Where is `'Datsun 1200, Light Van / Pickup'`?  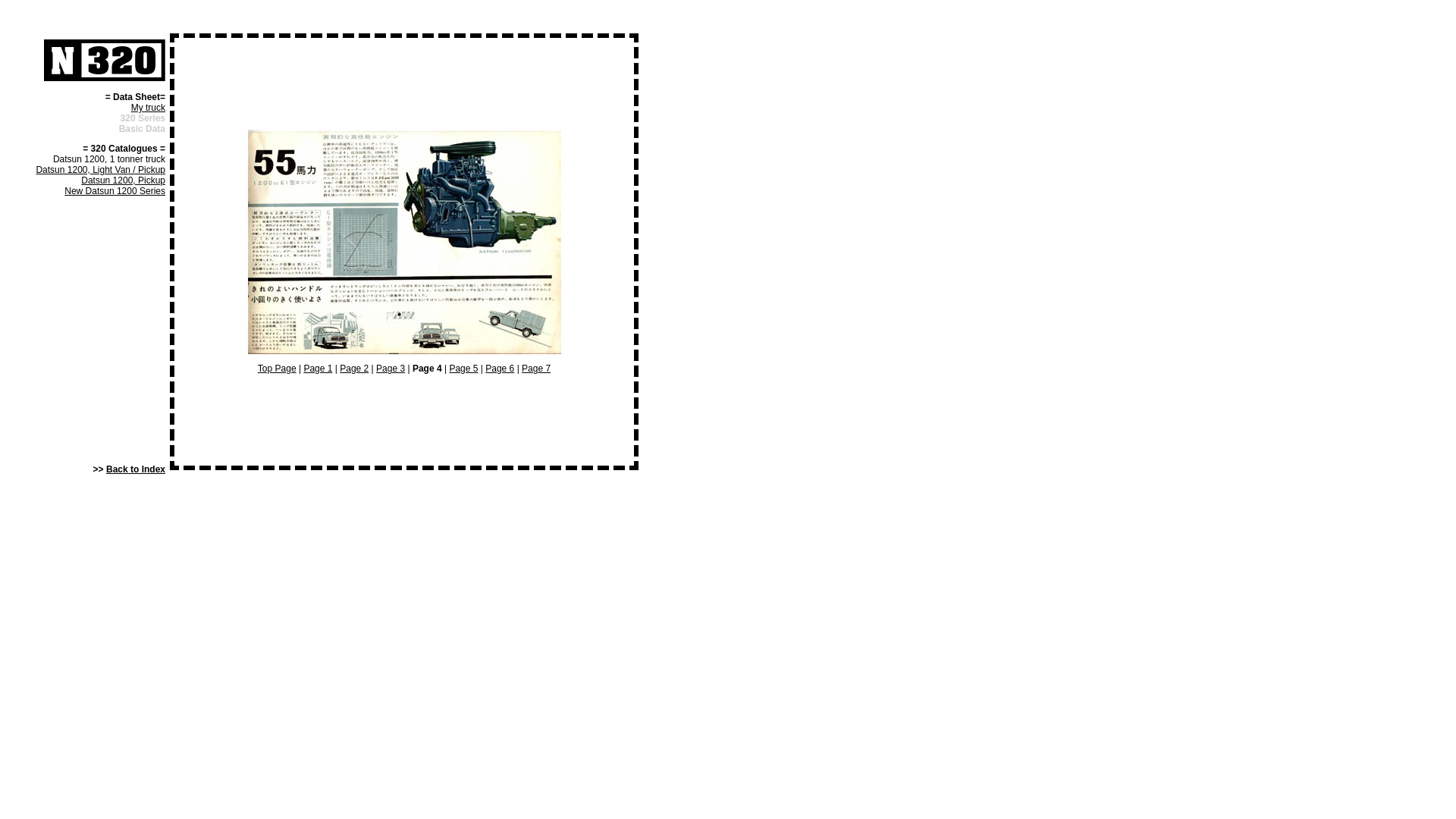
'Datsun 1200, Light Van / Pickup' is located at coordinates (36, 169).